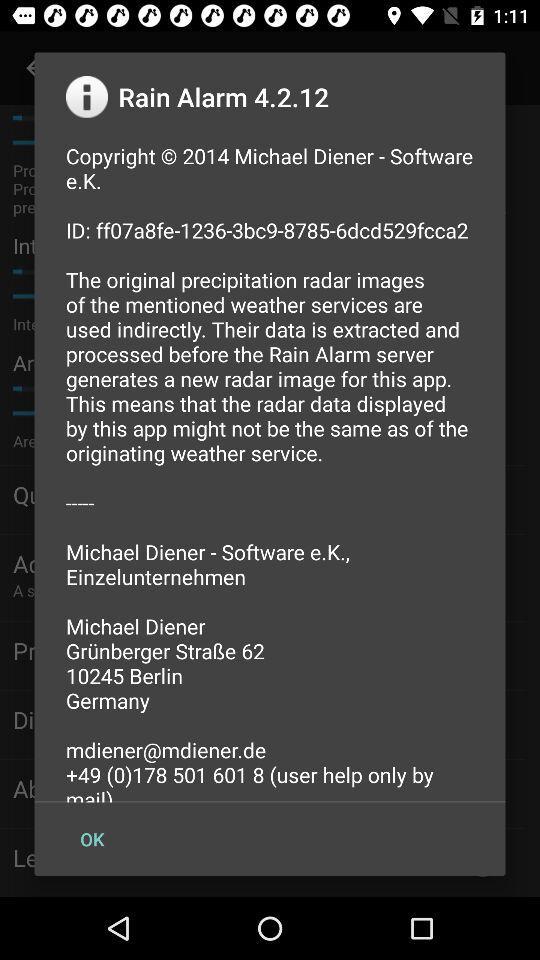 Image resolution: width=540 pixels, height=960 pixels. I want to click on ok at the bottom left corner, so click(91, 839).